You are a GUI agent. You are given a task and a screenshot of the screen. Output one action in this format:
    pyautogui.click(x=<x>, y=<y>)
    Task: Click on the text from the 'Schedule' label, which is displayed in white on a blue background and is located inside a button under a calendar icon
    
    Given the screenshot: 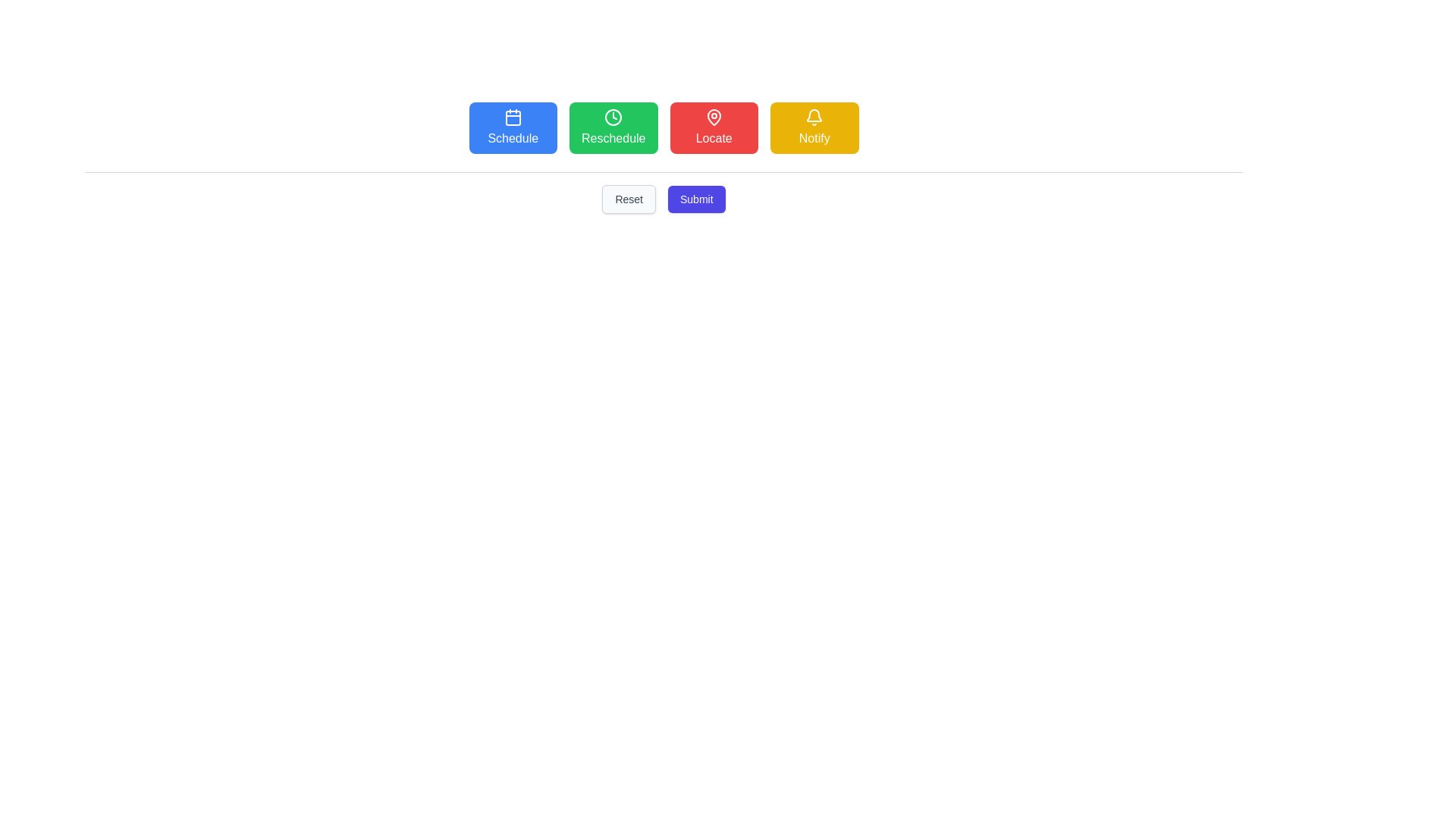 What is the action you would take?
    pyautogui.click(x=513, y=138)
    